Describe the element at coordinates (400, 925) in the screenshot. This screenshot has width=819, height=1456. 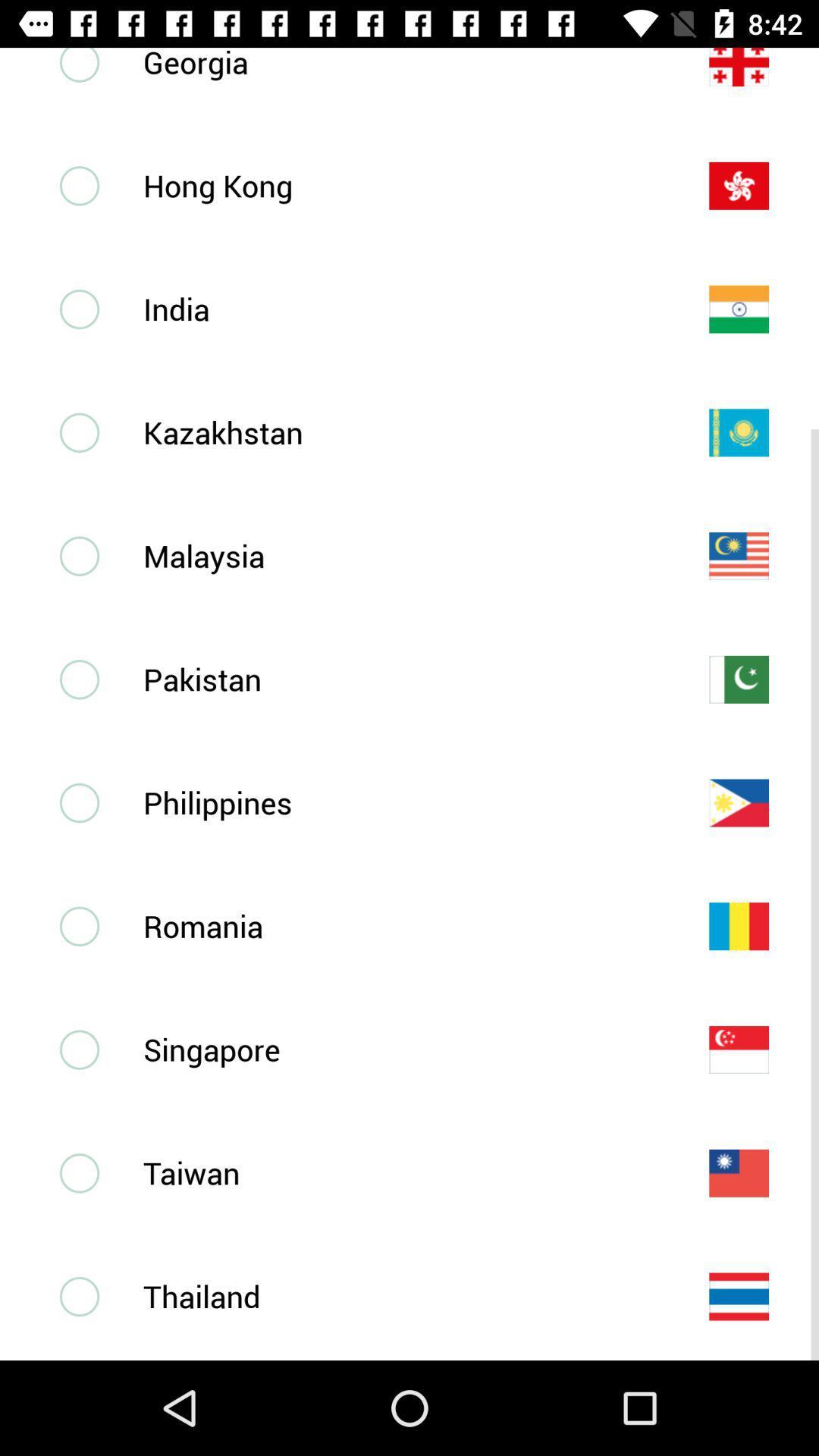
I see `the romania` at that location.